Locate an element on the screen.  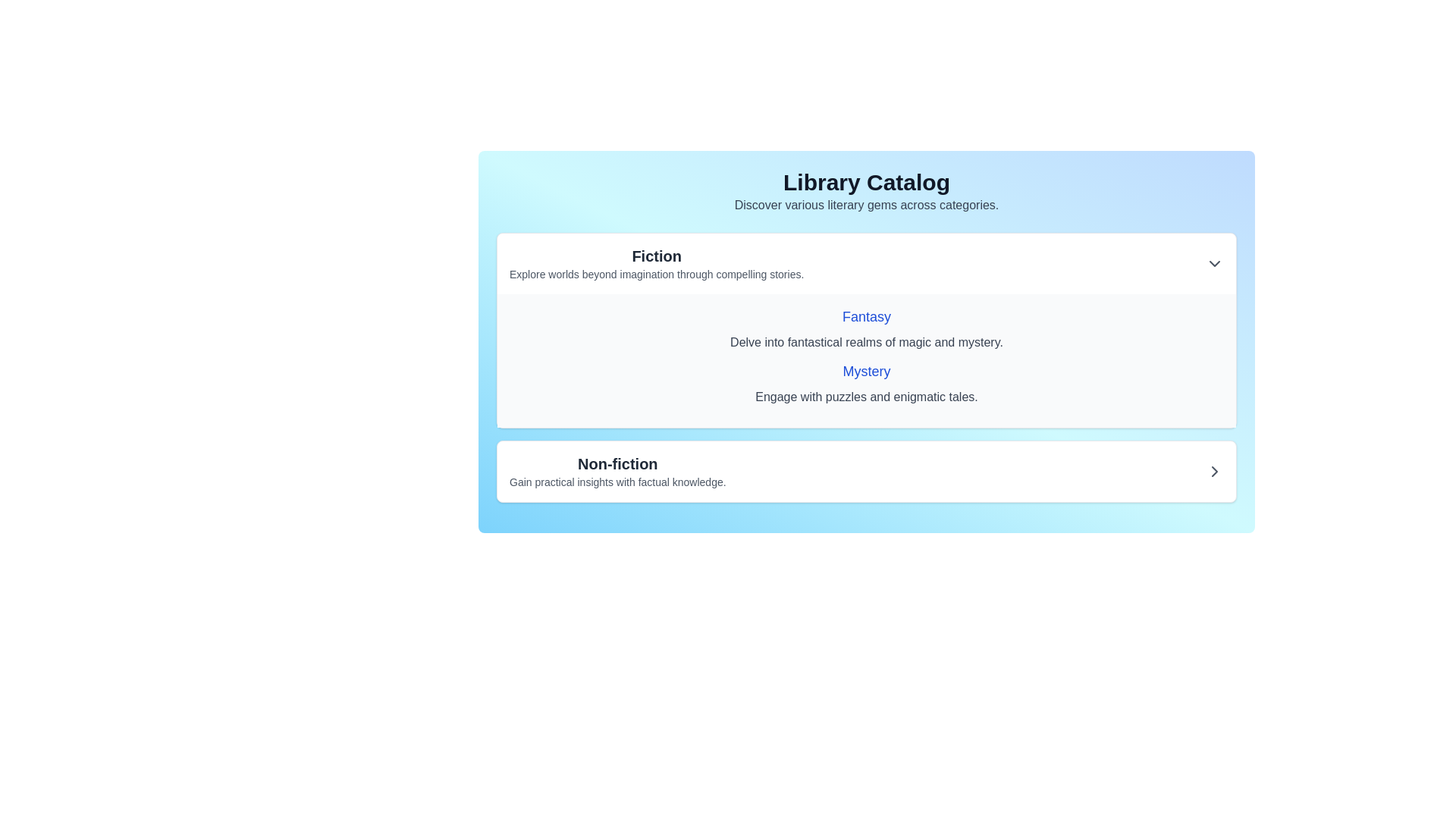
the rightwards chevron icon that indicates further navigation options for the 'Non-fiction' section is located at coordinates (1215, 470).